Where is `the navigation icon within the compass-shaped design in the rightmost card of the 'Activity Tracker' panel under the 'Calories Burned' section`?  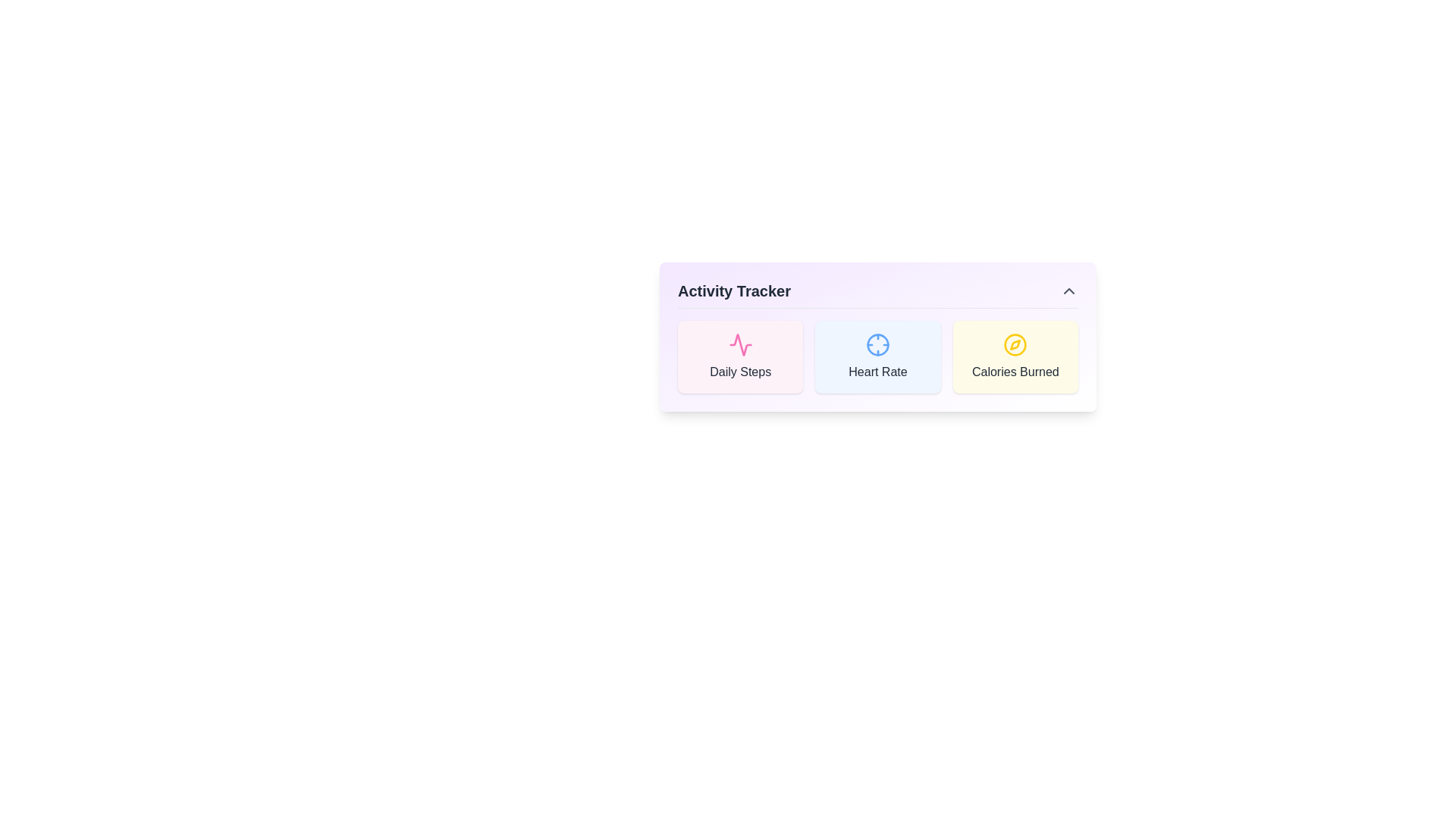
the navigation icon within the compass-shaped design in the rightmost card of the 'Activity Tracker' panel under the 'Calories Burned' section is located at coordinates (1015, 345).